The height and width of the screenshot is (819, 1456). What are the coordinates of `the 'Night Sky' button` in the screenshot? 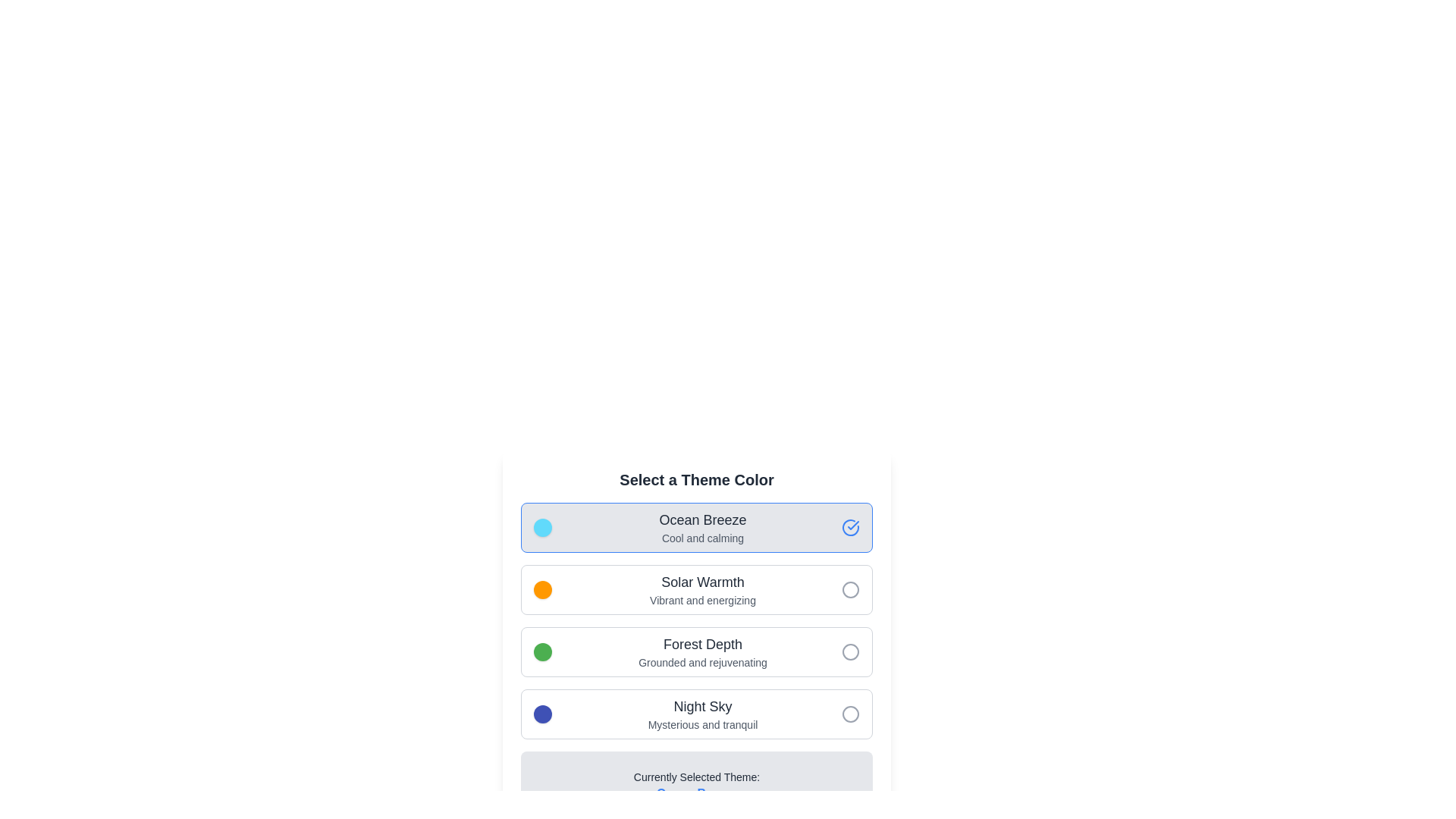 It's located at (695, 714).